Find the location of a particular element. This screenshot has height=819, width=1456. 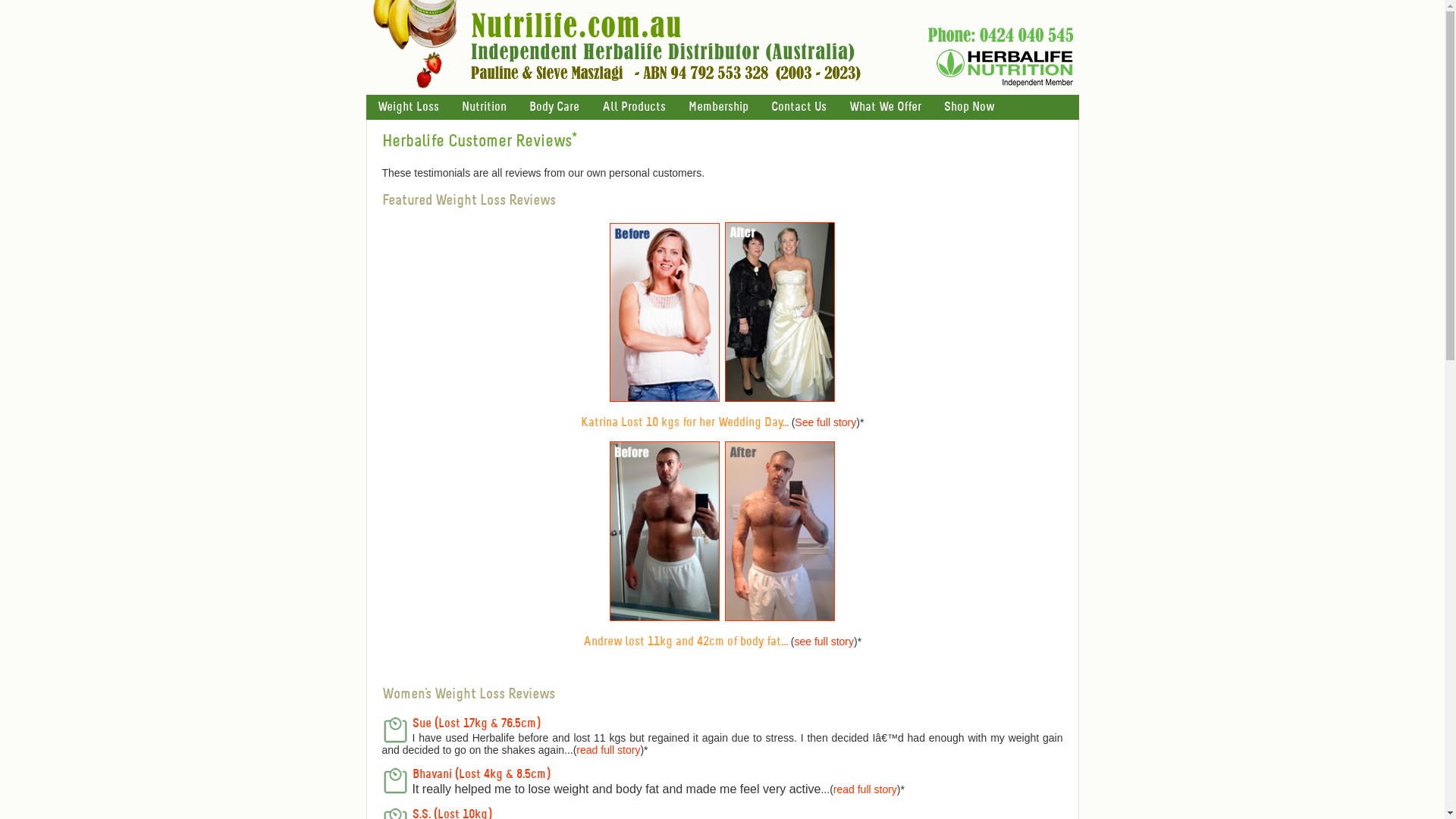

'All Products' is located at coordinates (633, 106).